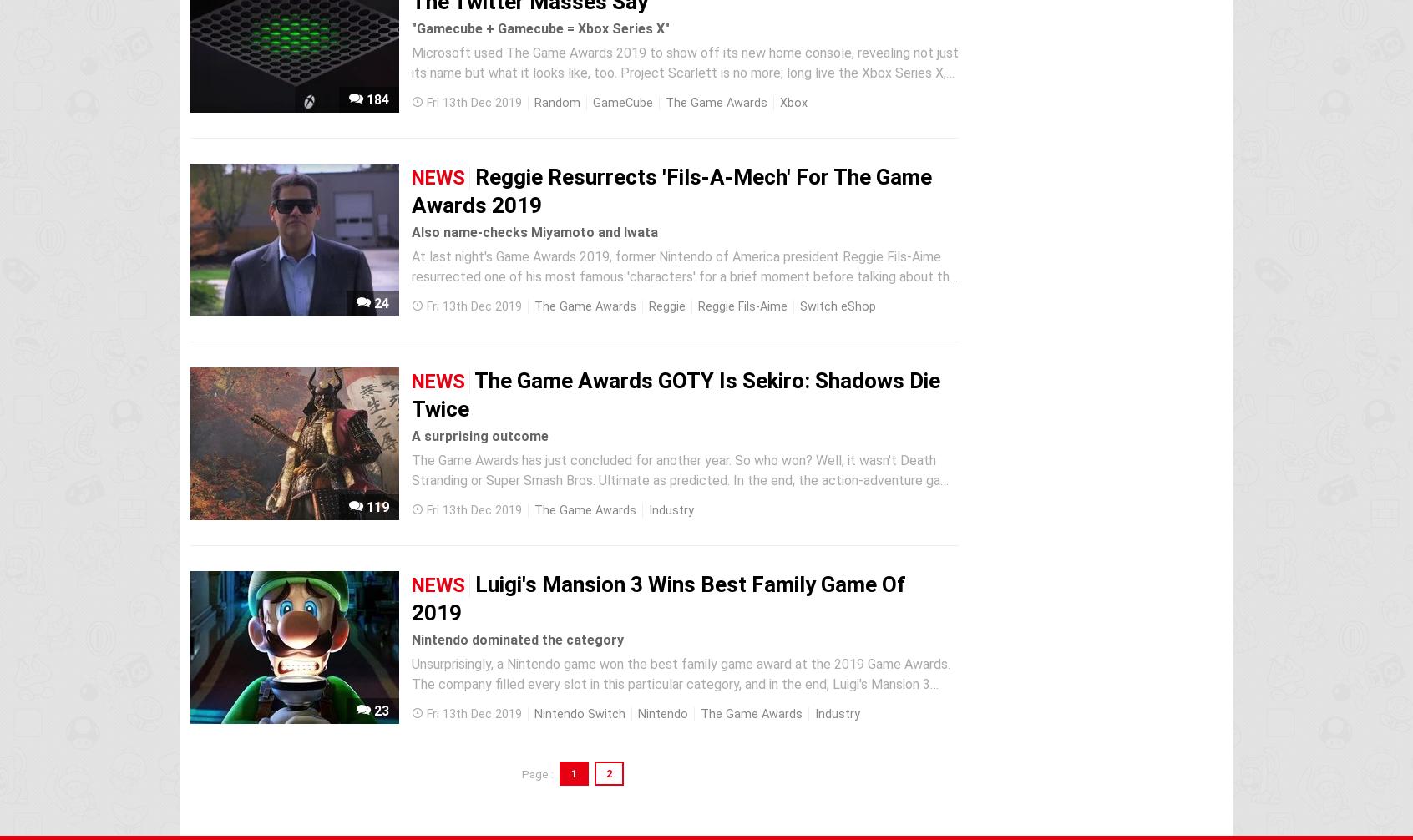  What do you see at coordinates (684, 286) in the screenshot?
I see `'At last night's Game Awards 2019, former Nintendo of America president Reggie Fils-Aime resurrected one of his most famous 'characters' for a brief moment before talking about the importance of indie gaming and handing over an award to the makers of Disco Elysium. 
Reggie marched on-stage wearing a pair of...'` at bounding box center [684, 286].